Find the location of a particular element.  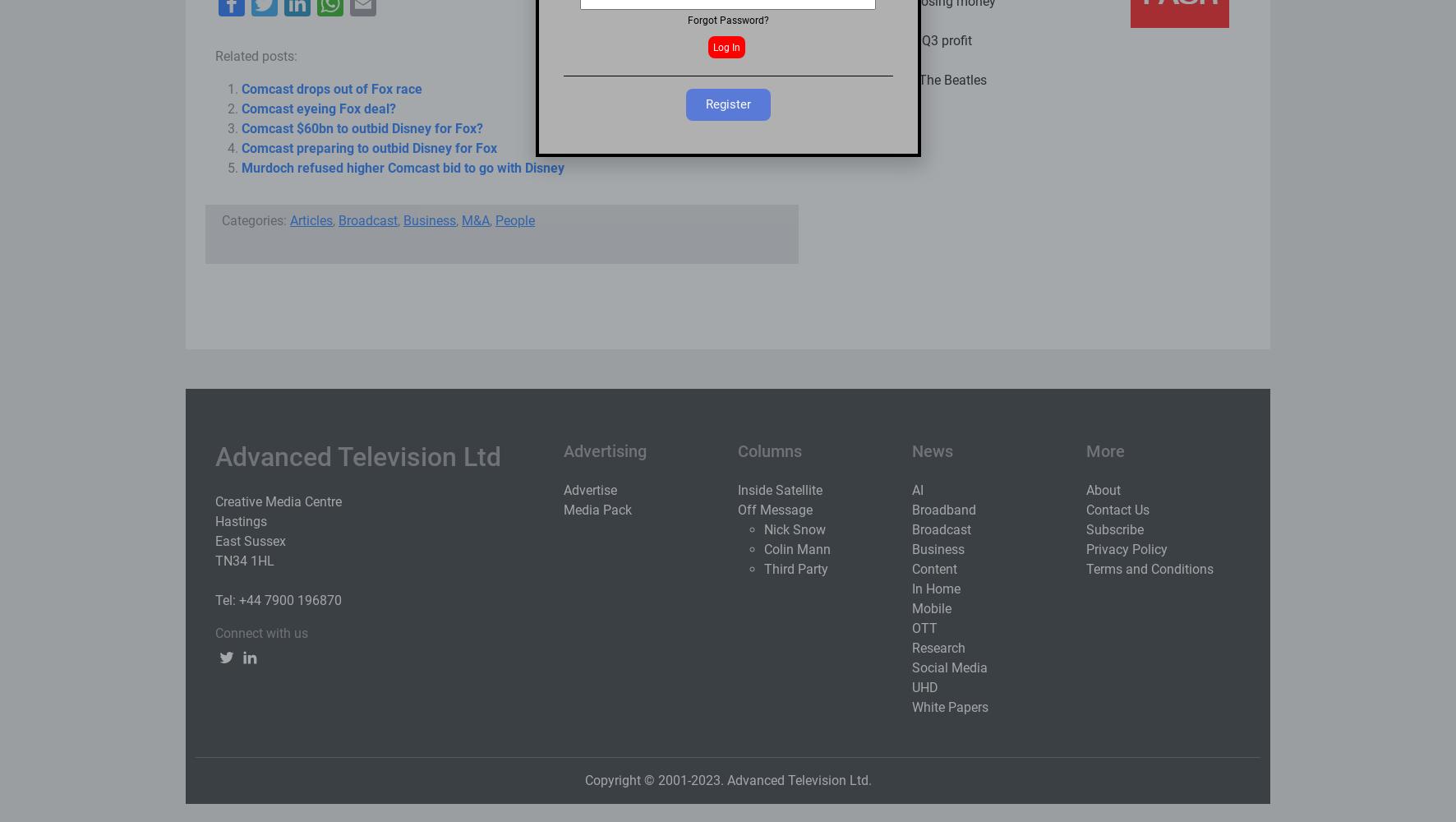

'Inside Satellite' is located at coordinates (779, 488).